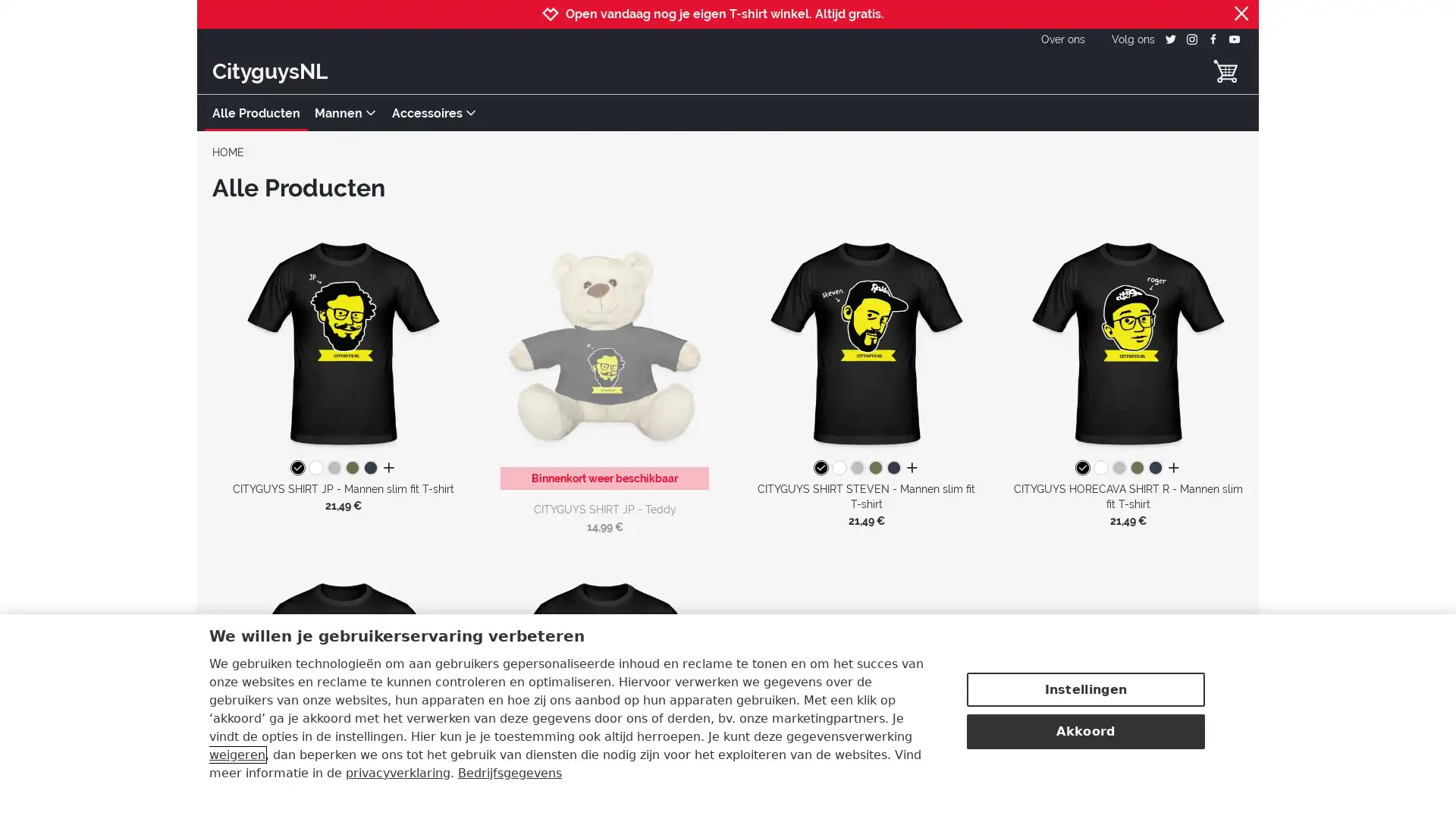 The image size is (1456, 819). What do you see at coordinates (856, 468) in the screenshot?
I see `grijs gemeleerd` at bounding box center [856, 468].